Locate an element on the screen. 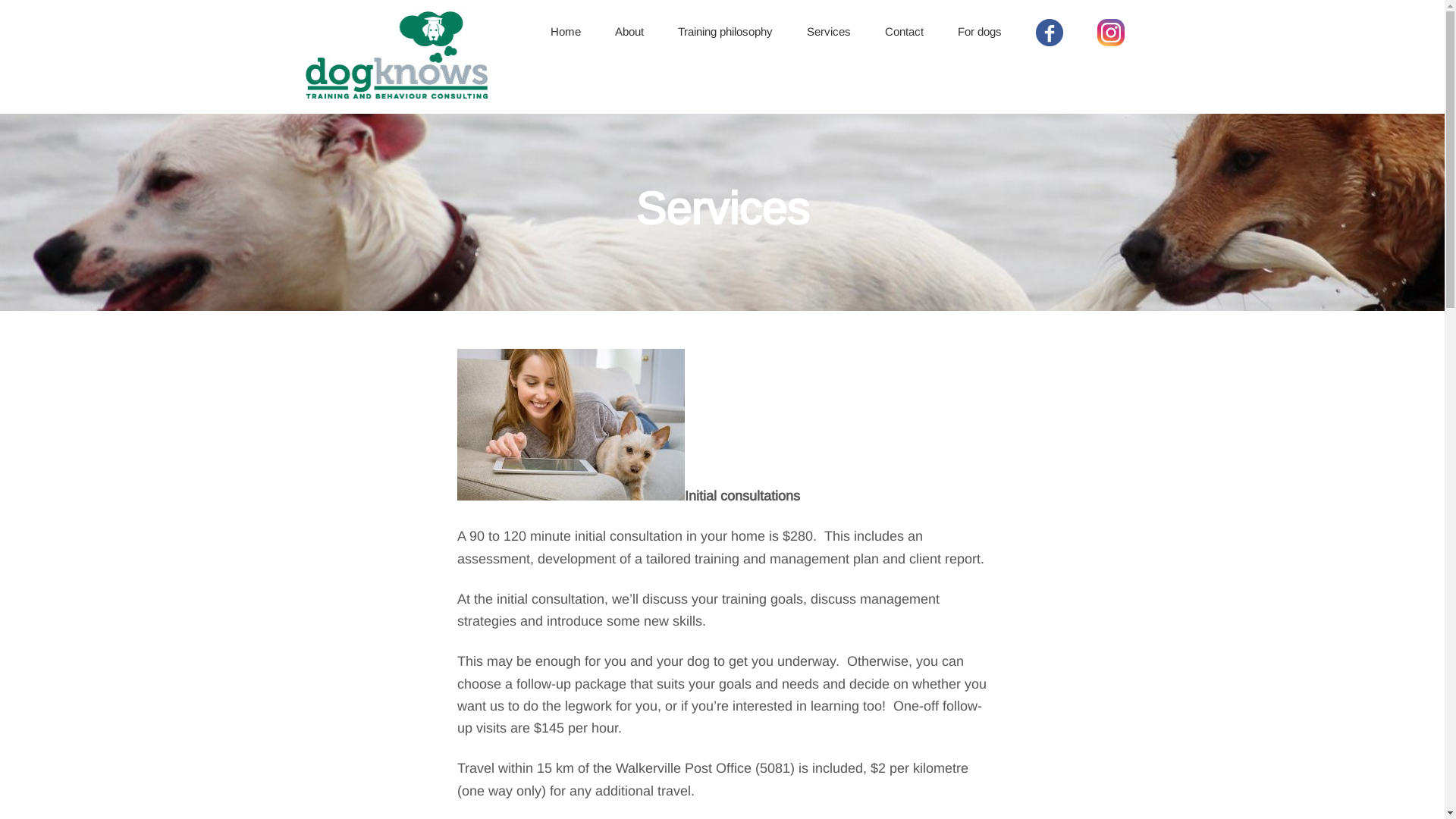 Image resolution: width=1456 pixels, height=819 pixels. 'Training philosophy' is located at coordinates (724, 32).